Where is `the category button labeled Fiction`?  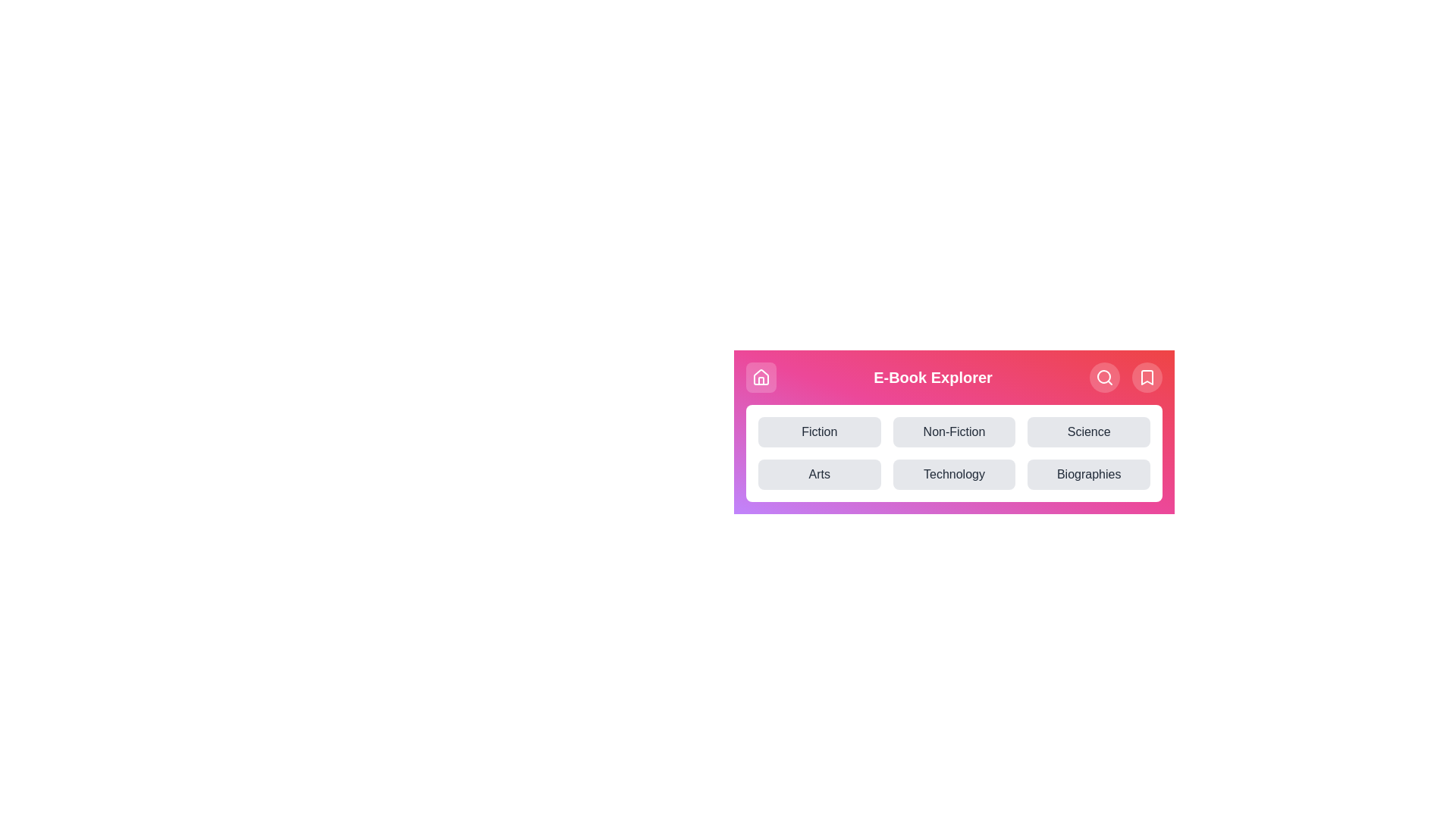
the category button labeled Fiction is located at coordinates (818, 432).